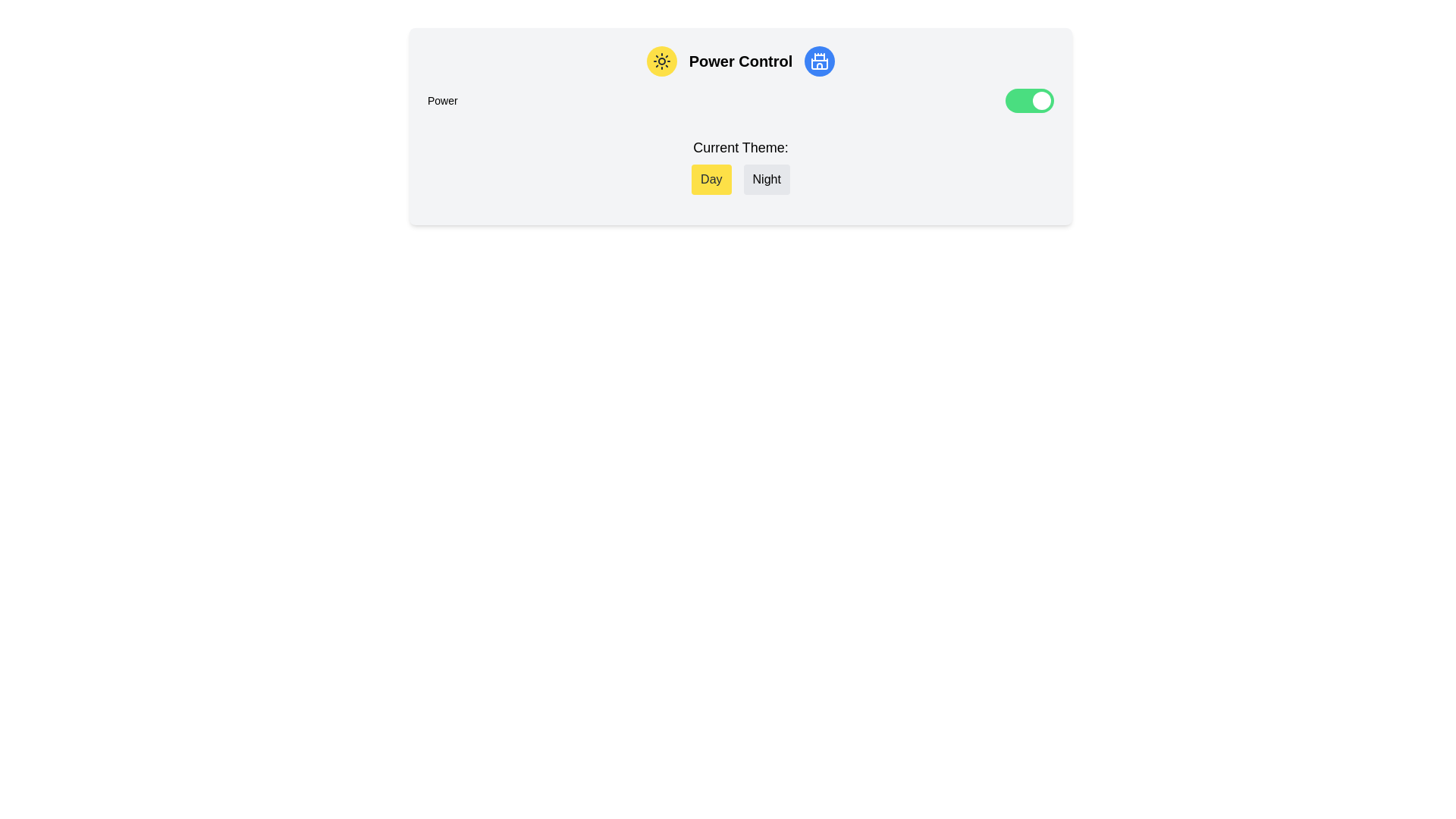 This screenshot has width=1456, height=819. What do you see at coordinates (1030, 100) in the screenshot?
I see `the toggle switch labeled 'Power' located` at bounding box center [1030, 100].